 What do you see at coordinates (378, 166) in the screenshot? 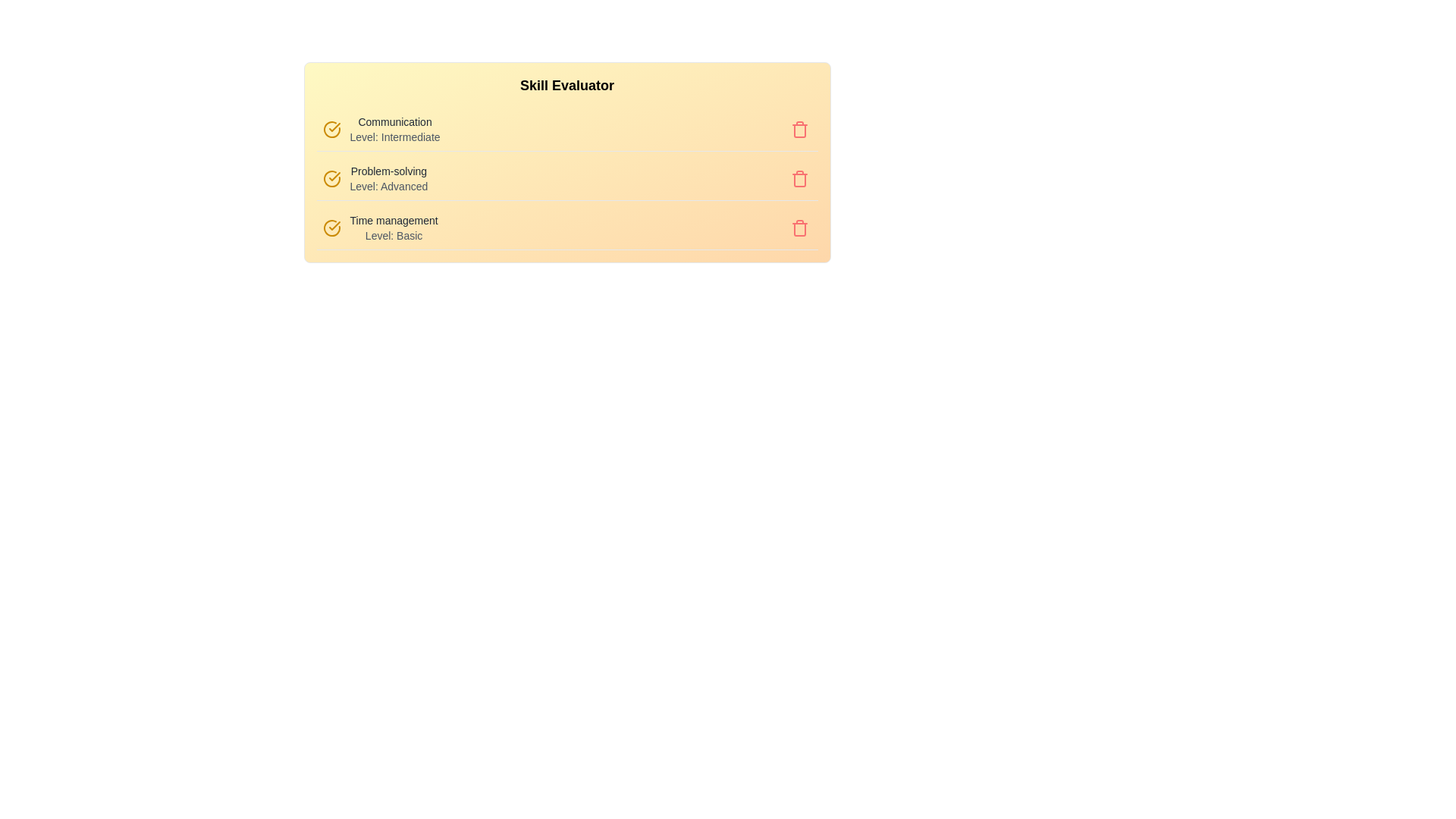
I see `the skill item corresponding to Problem-solving` at bounding box center [378, 166].